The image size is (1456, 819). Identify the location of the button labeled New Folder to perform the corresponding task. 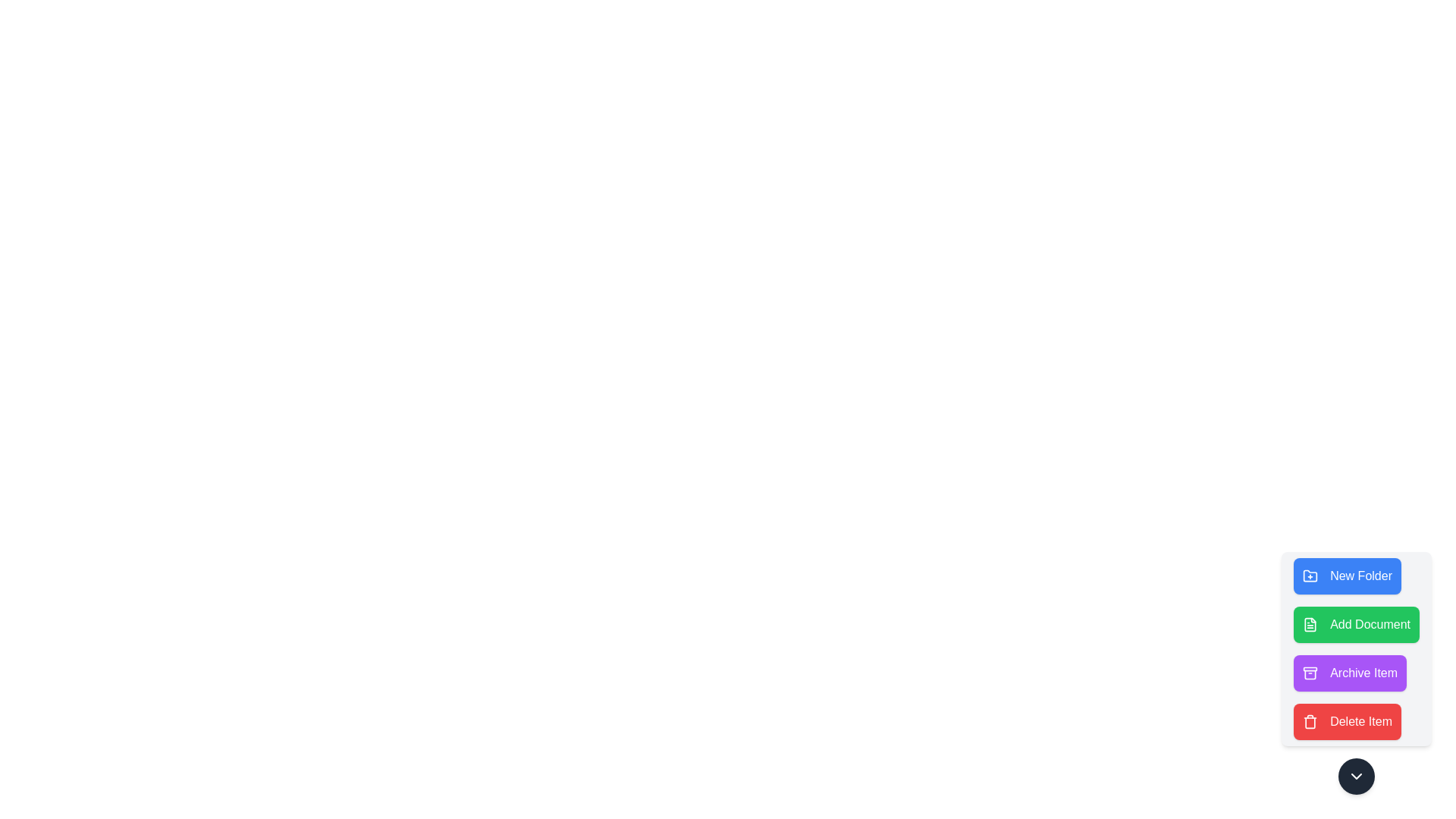
(1348, 576).